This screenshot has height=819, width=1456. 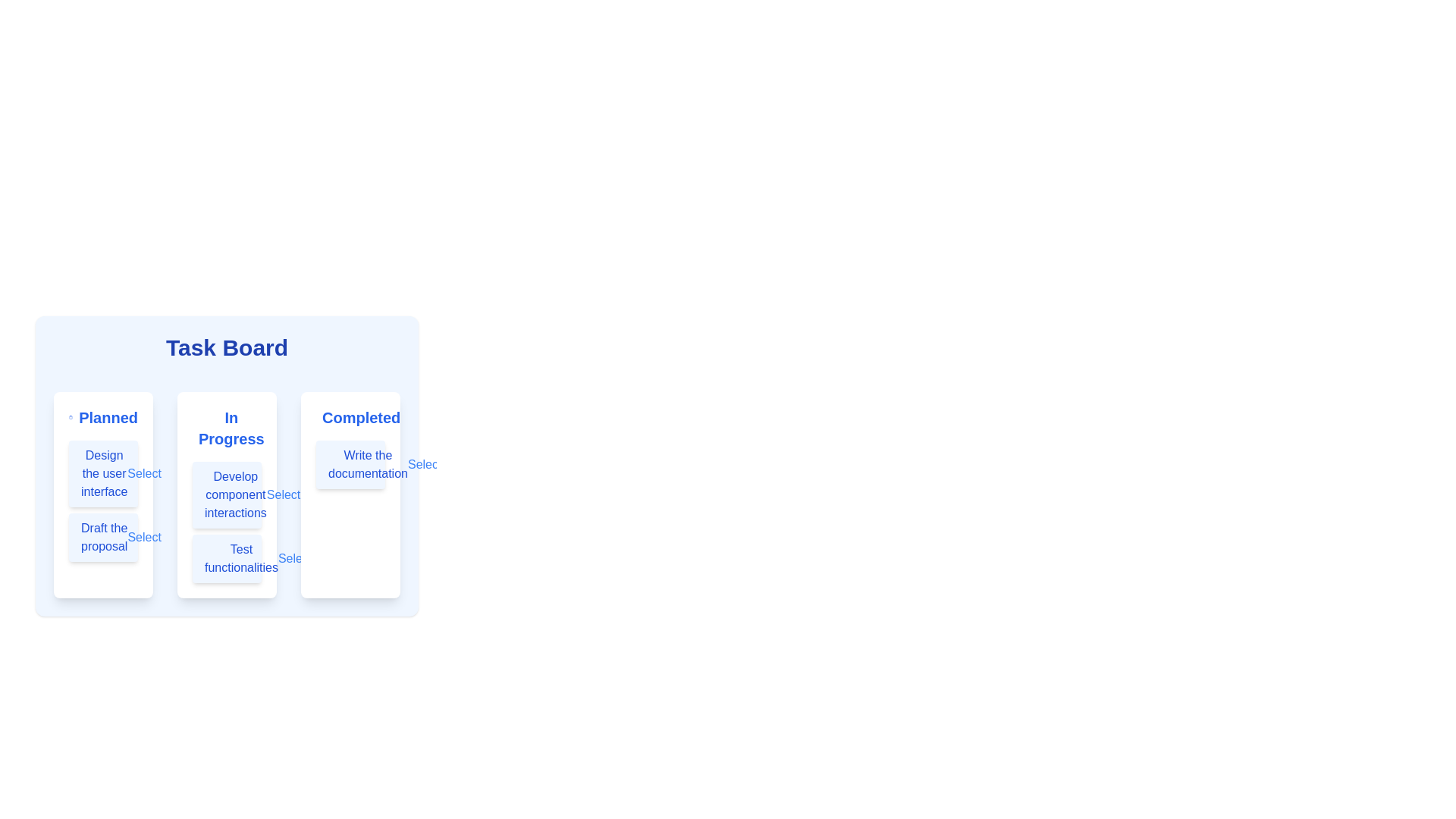 What do you see at coordinates (350, 464) in the screenshot?
I see `the text block labeled 'Write the documentation' in the 'Completed' column of the task board` at bounding box center [350, 464].